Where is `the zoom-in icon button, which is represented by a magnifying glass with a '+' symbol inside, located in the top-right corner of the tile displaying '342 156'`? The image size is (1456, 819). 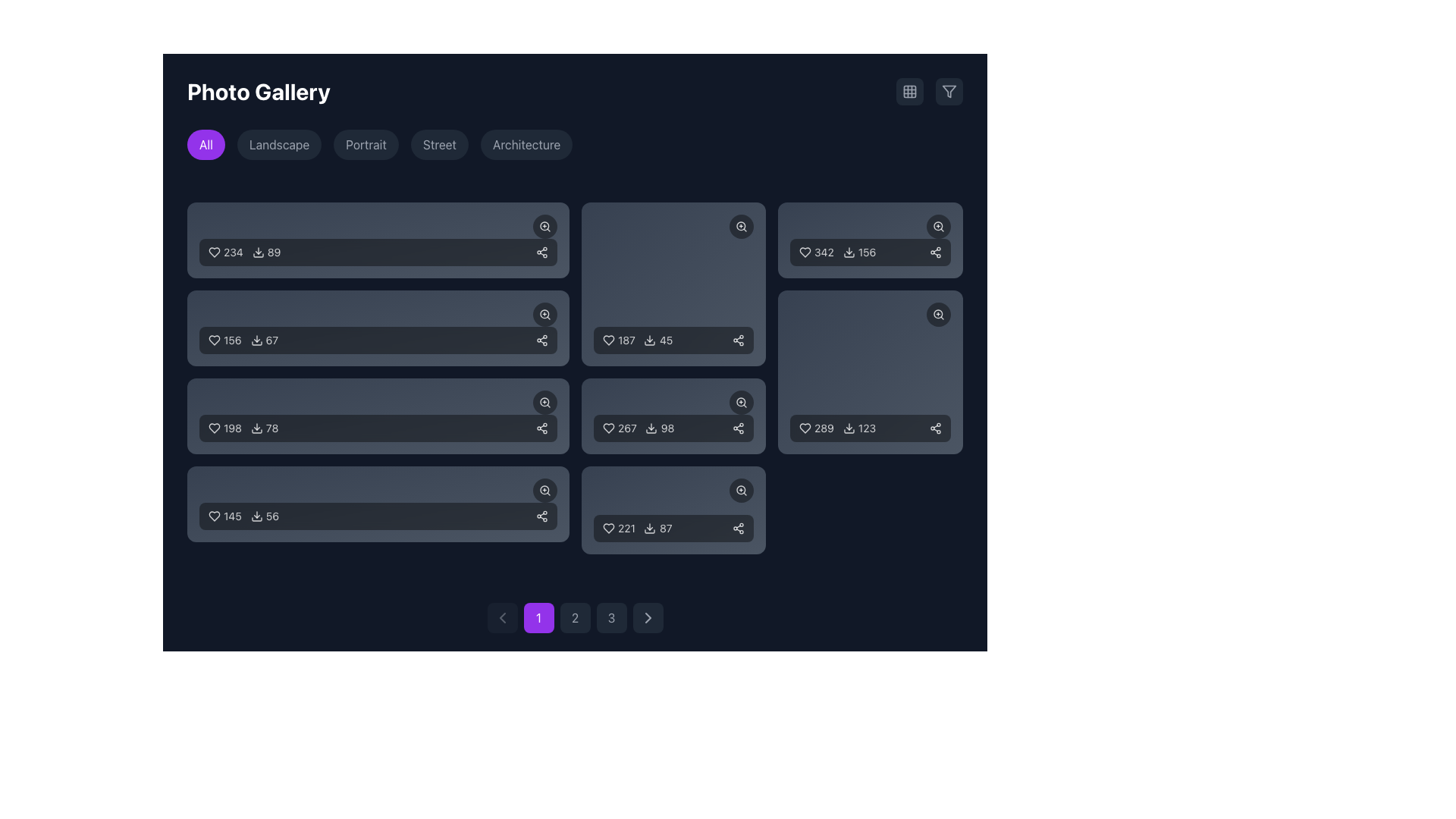
the zoom-in icon button, which is represented by a magnifying glass with a '+' symbol inside, located in the top-right corner of the tile displaying '342 156' is located at coordinates (938, 227).